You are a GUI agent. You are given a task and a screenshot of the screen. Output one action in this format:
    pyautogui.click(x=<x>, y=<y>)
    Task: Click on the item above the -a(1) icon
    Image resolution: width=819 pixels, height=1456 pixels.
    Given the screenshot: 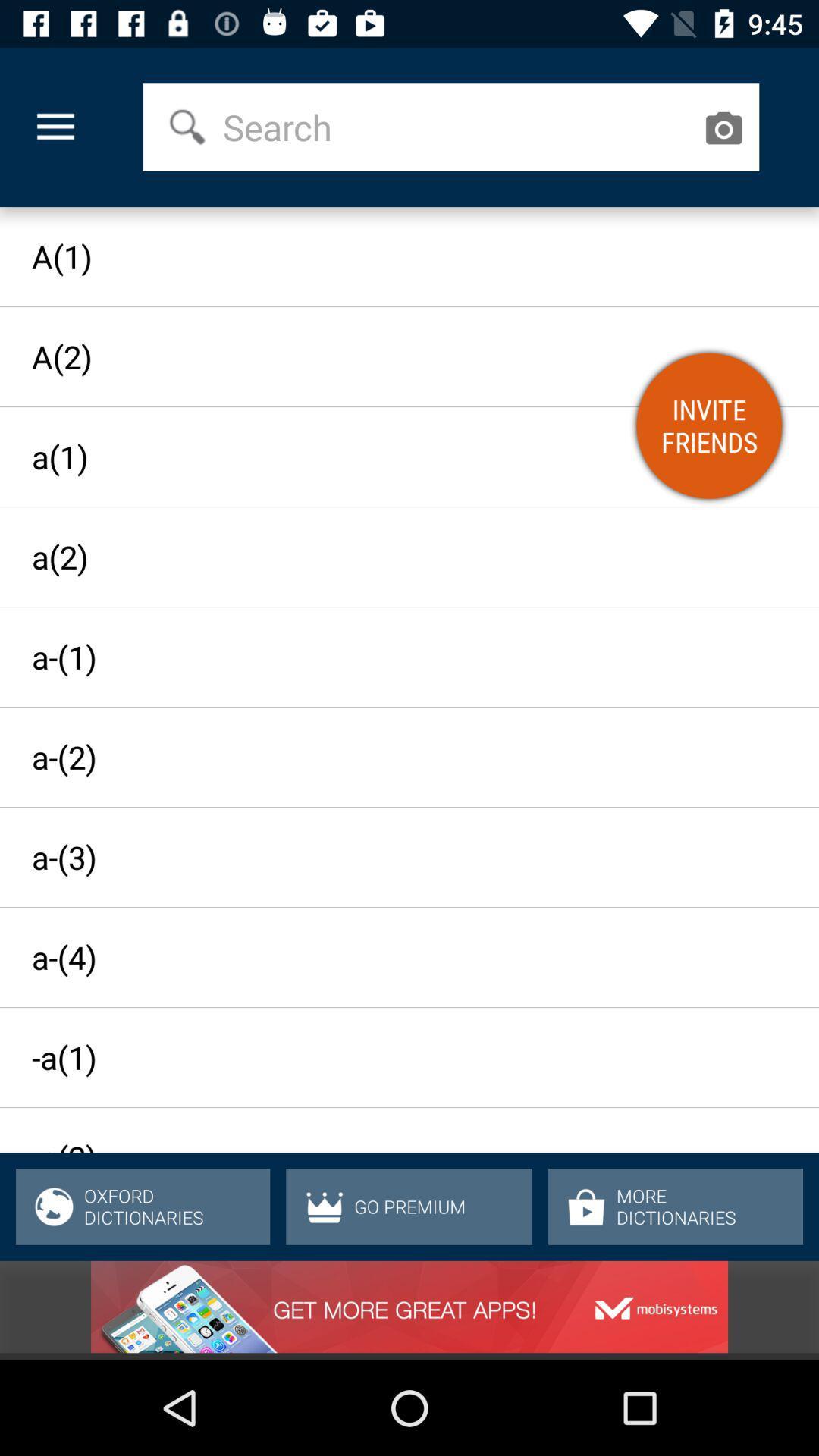 What is the action you would take?
    pyautogui.click(x=394, y=956)
    